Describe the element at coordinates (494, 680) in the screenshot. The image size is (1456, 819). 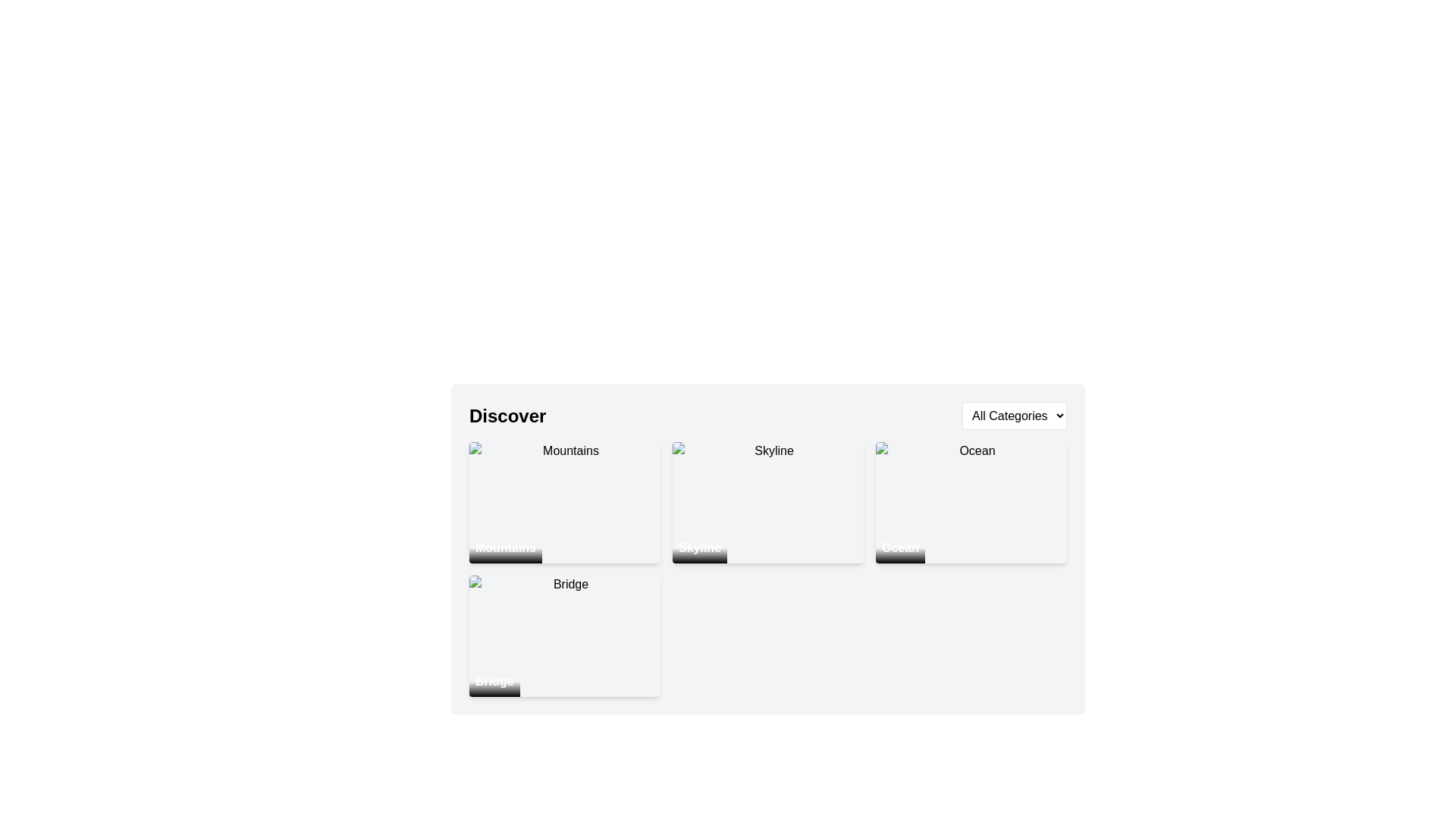
I see `the text label displaying 'Bridge' located in the bottom overlay of the fourth card in the second row of the grid layout to possibly trigger a tooltip or highlight effect` at that location.